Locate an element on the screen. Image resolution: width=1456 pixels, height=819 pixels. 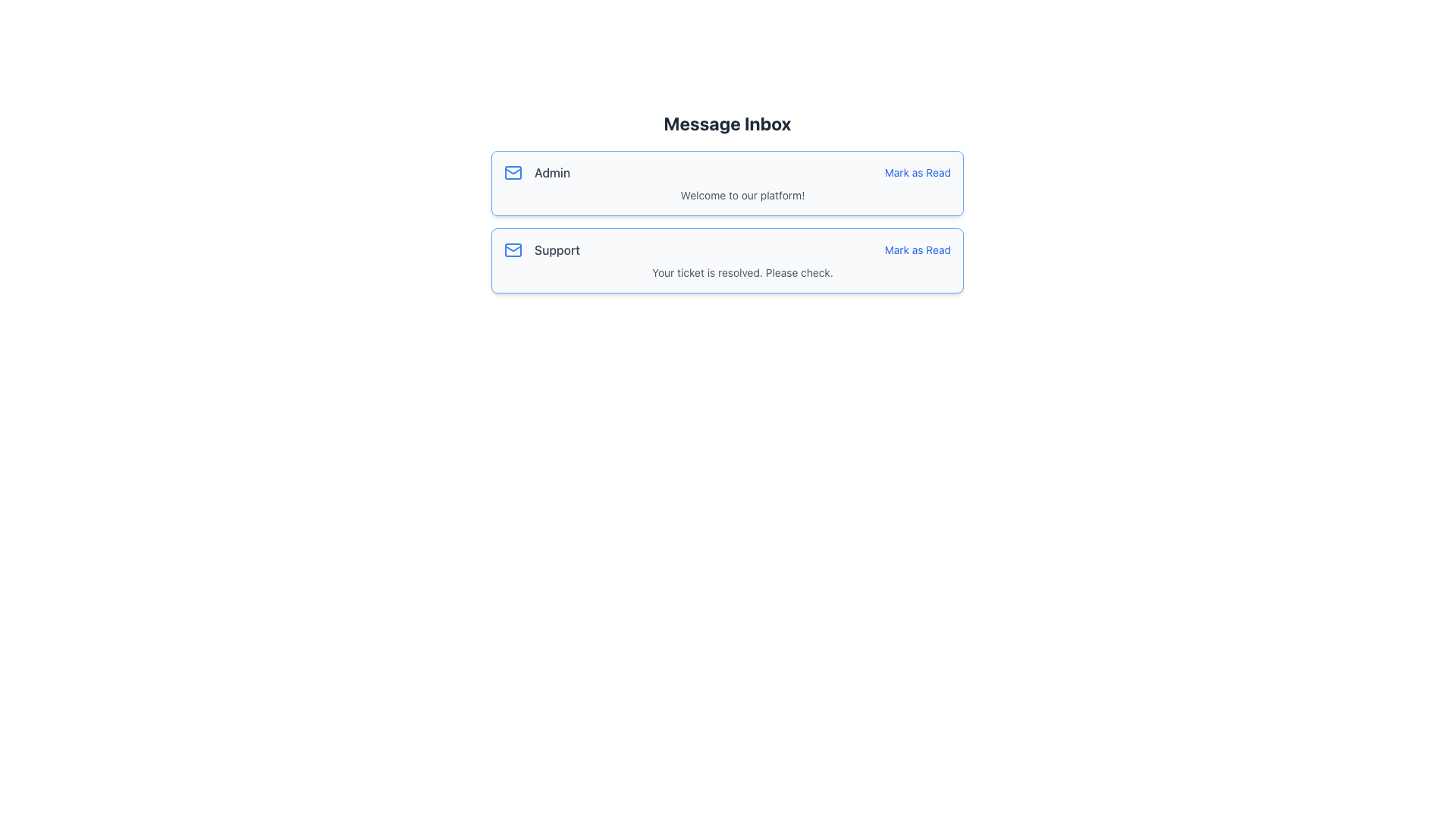
the actionable link for marking the associated message as read, located in the top-right corner of the 'Support' message box is located at coordinates (917, 249).